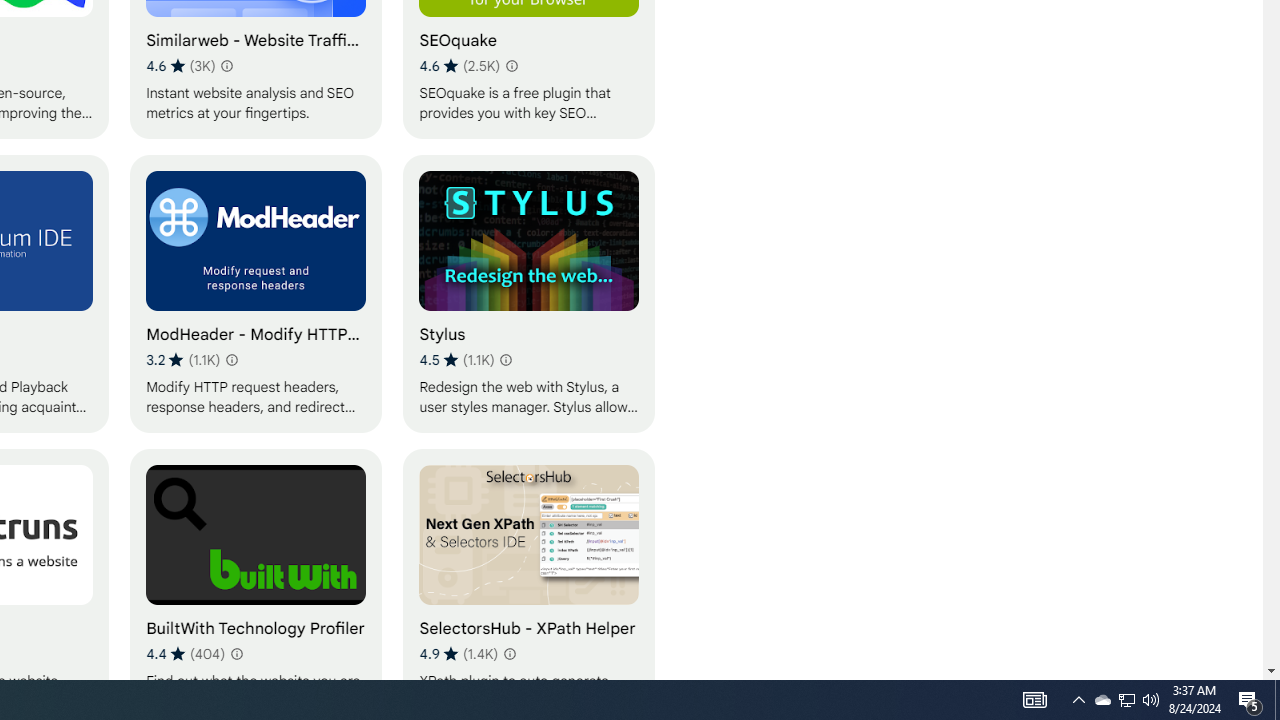 The width and height of the screenshot is (1280, 720). Describe the element at coordinates (183, 360) in the screenshot. I see `'Average rating 3.2 out of 5 stars. 1.1K ratings.'` at that location.